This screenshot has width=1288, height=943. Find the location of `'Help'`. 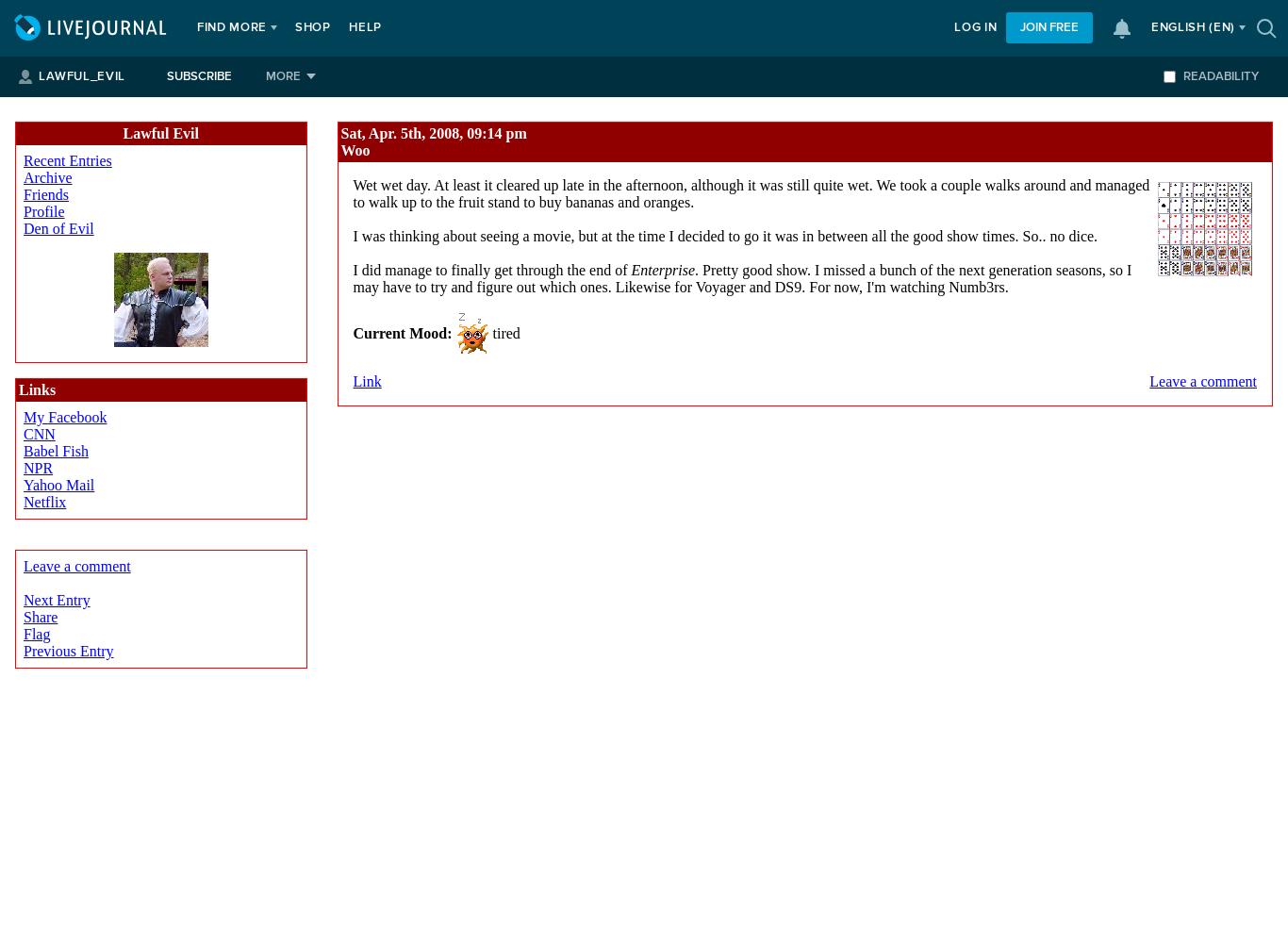

'Help' is located at coordinates (348, 27).